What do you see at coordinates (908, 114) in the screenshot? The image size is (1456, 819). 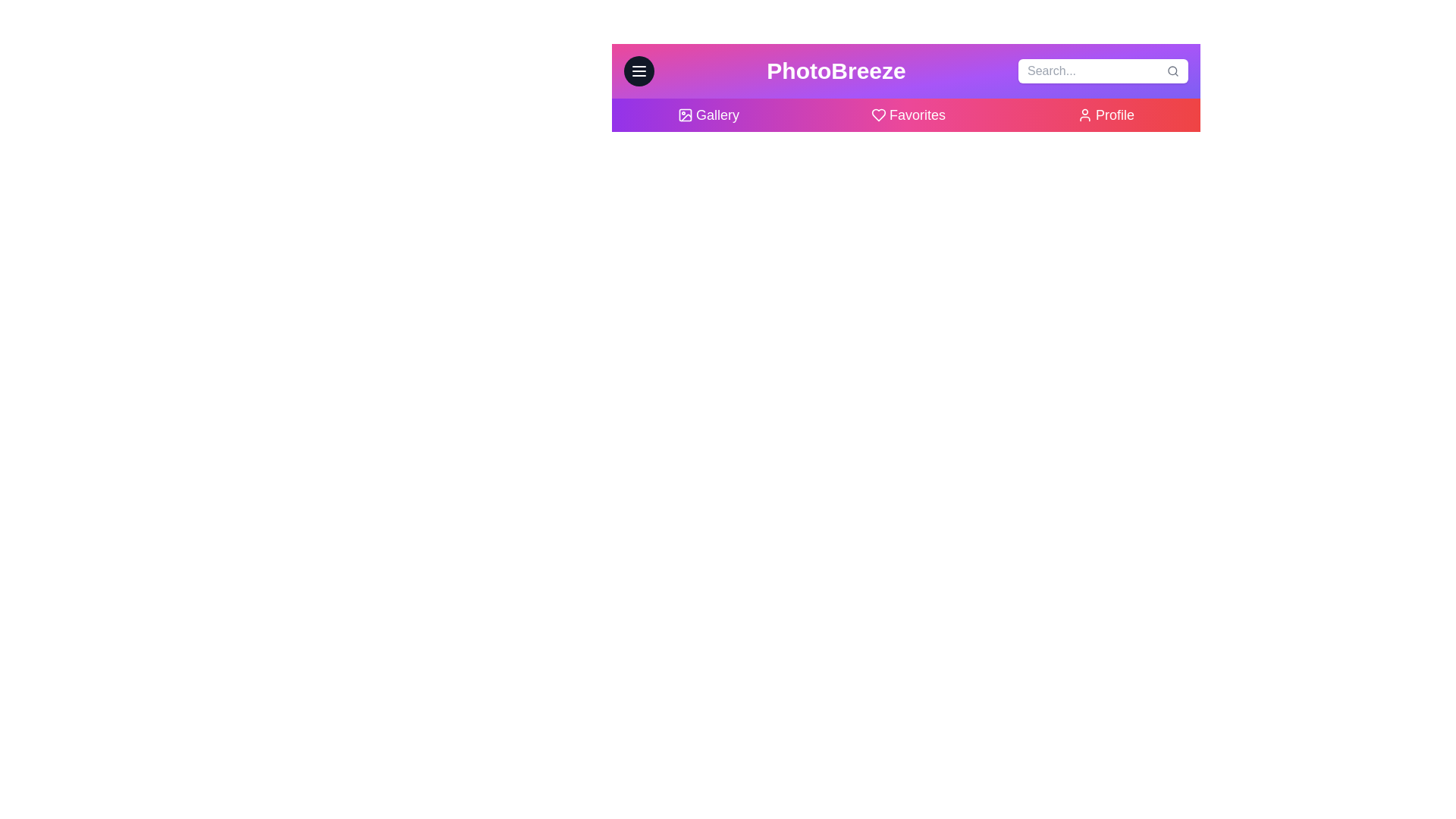 I see `the 'Favorites' button to navigate to the 'Favorites' section` at bounding box center [908, 114].